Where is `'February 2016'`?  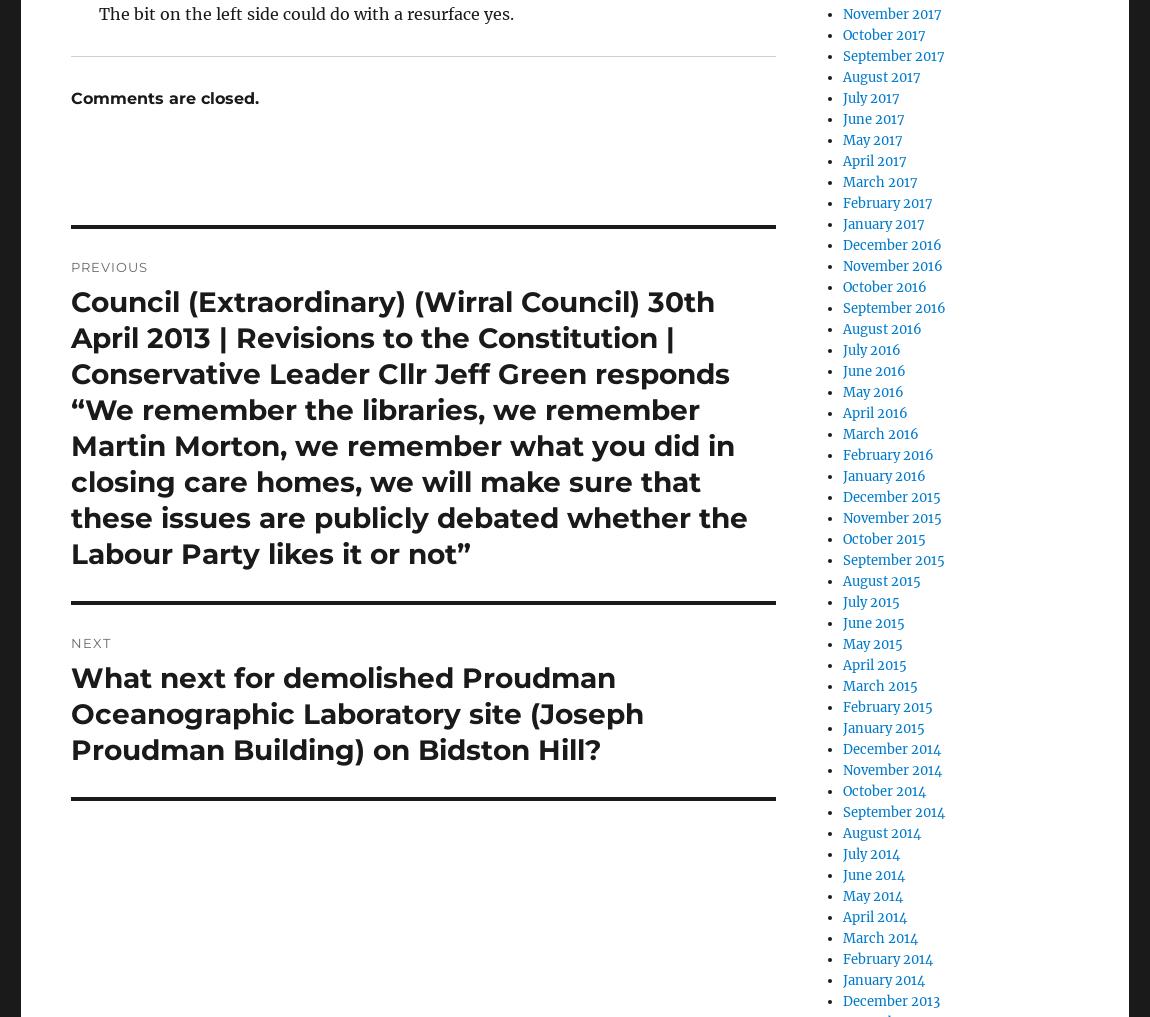 'February 2016' is located at coordinates (888, 454).